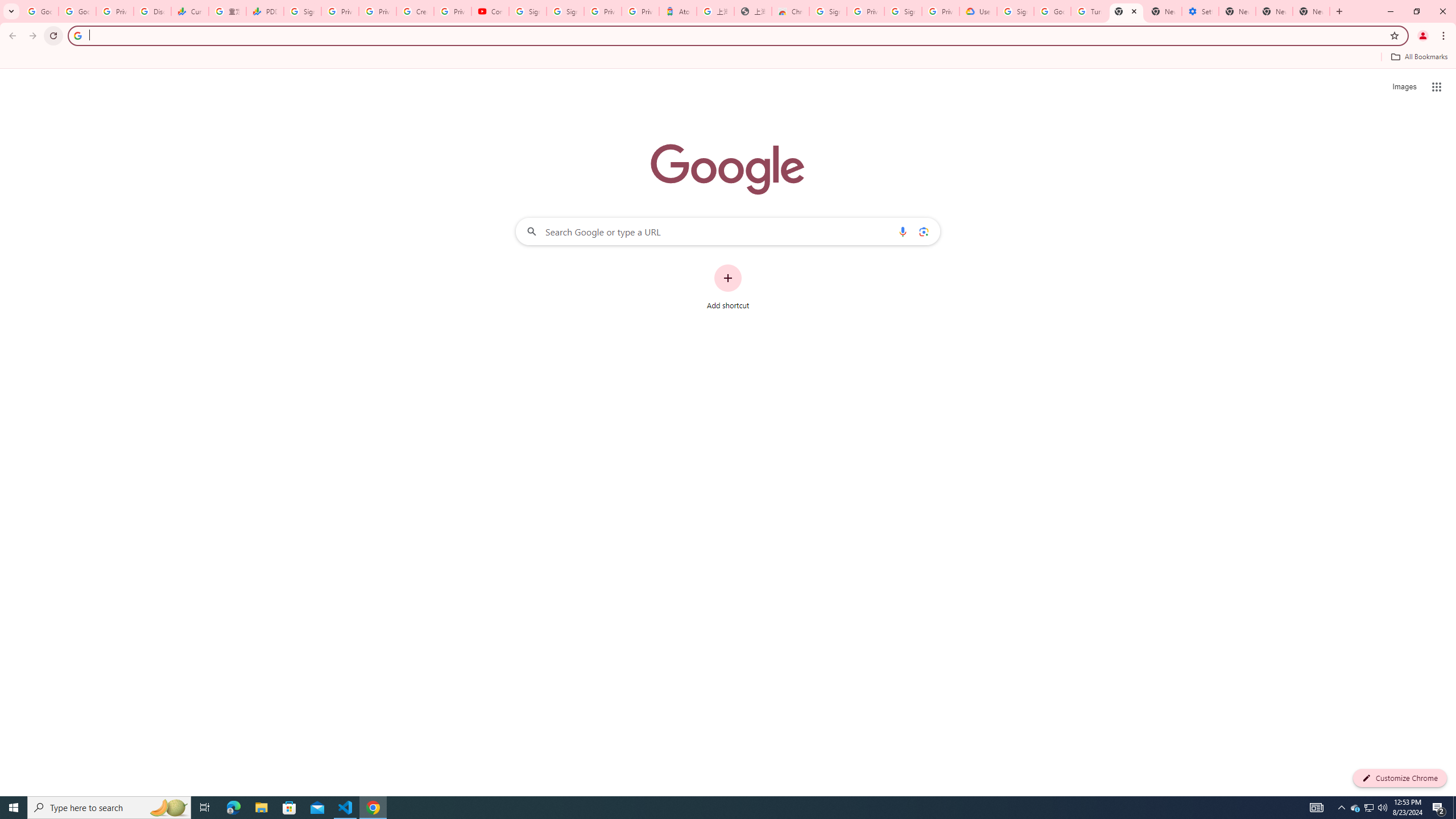 This screenshot has width=1456, height=819. What do you see at coordinates (1199, 11) in the screenshot?
I see `'Settings - System'` at bounding box center [1199, 11].